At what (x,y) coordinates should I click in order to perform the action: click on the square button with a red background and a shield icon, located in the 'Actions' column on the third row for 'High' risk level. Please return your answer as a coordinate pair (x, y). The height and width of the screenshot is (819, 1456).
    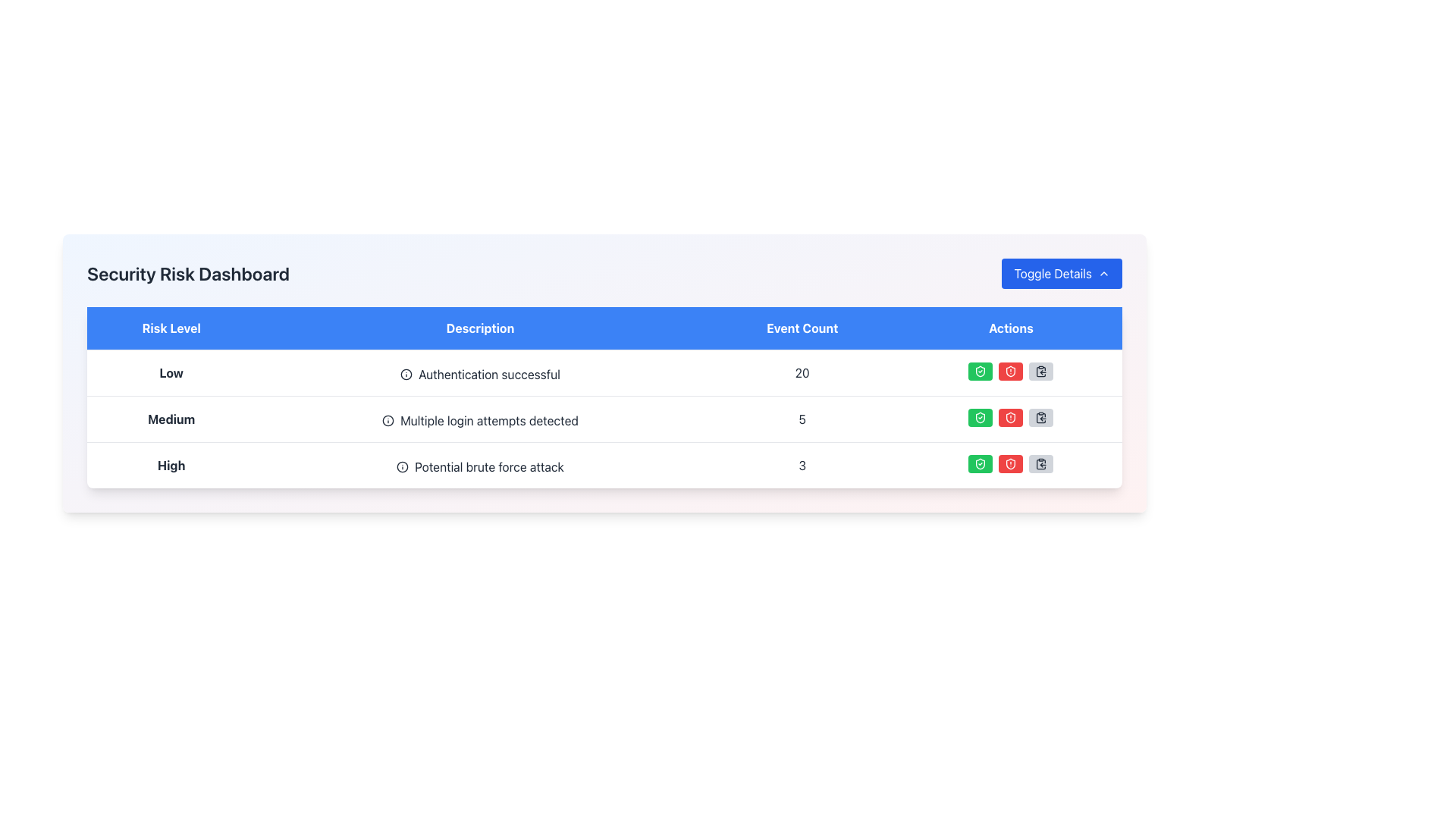
    Looking at the image, I should click on (1011, 463).